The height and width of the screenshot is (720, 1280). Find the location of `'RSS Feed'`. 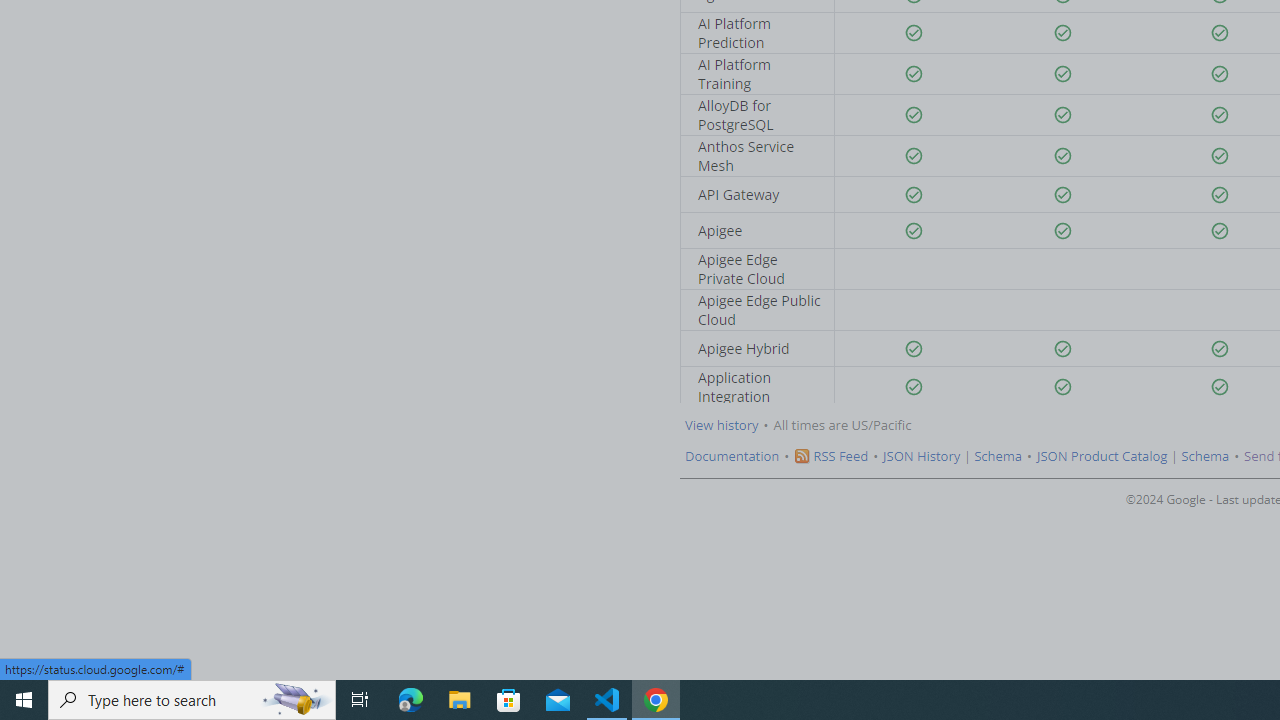

'RSS Feed' is located at coordinates (840, 456).